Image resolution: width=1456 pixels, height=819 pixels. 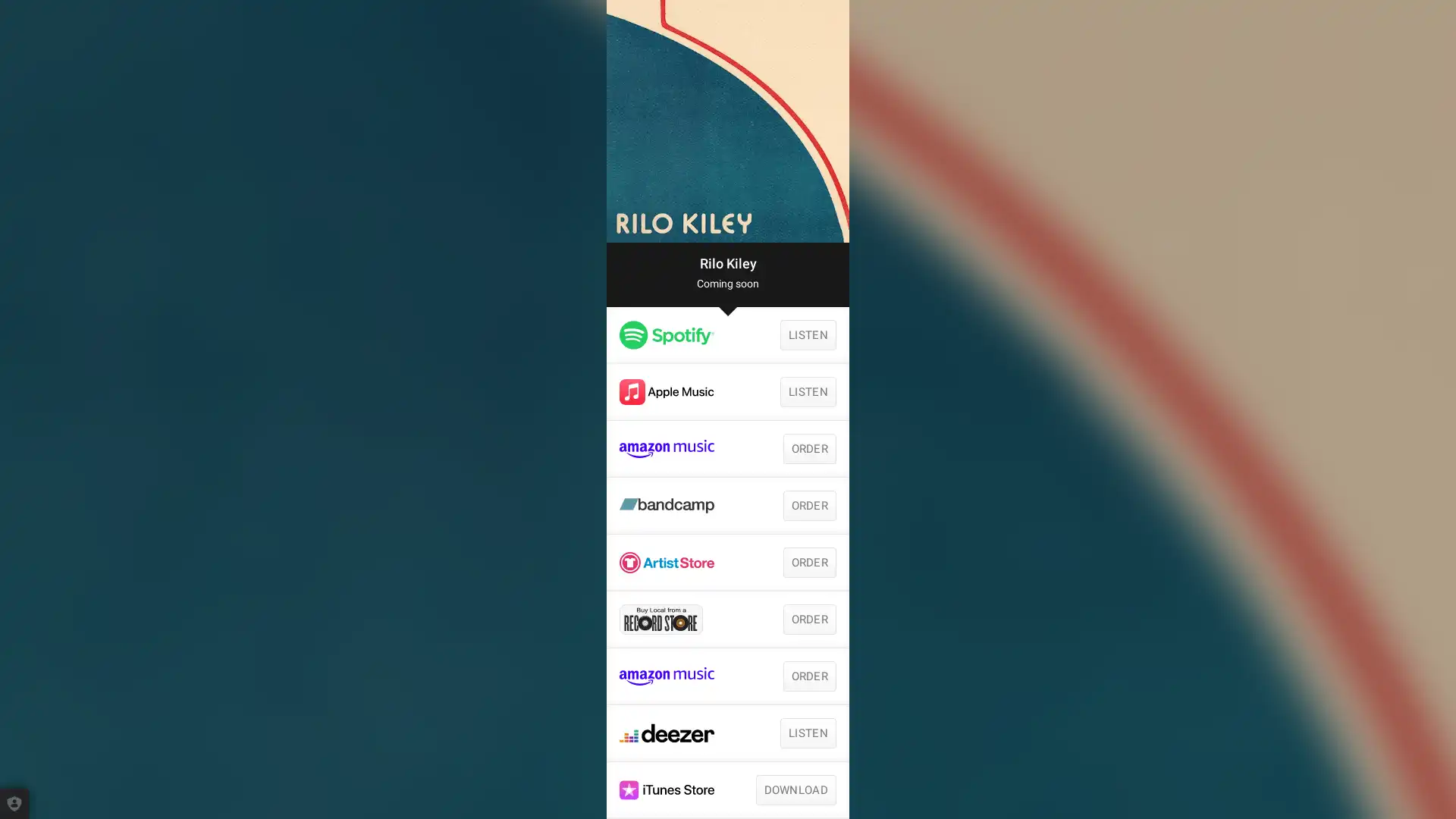 I want to click on ORDER, so click(x=808, y=447).